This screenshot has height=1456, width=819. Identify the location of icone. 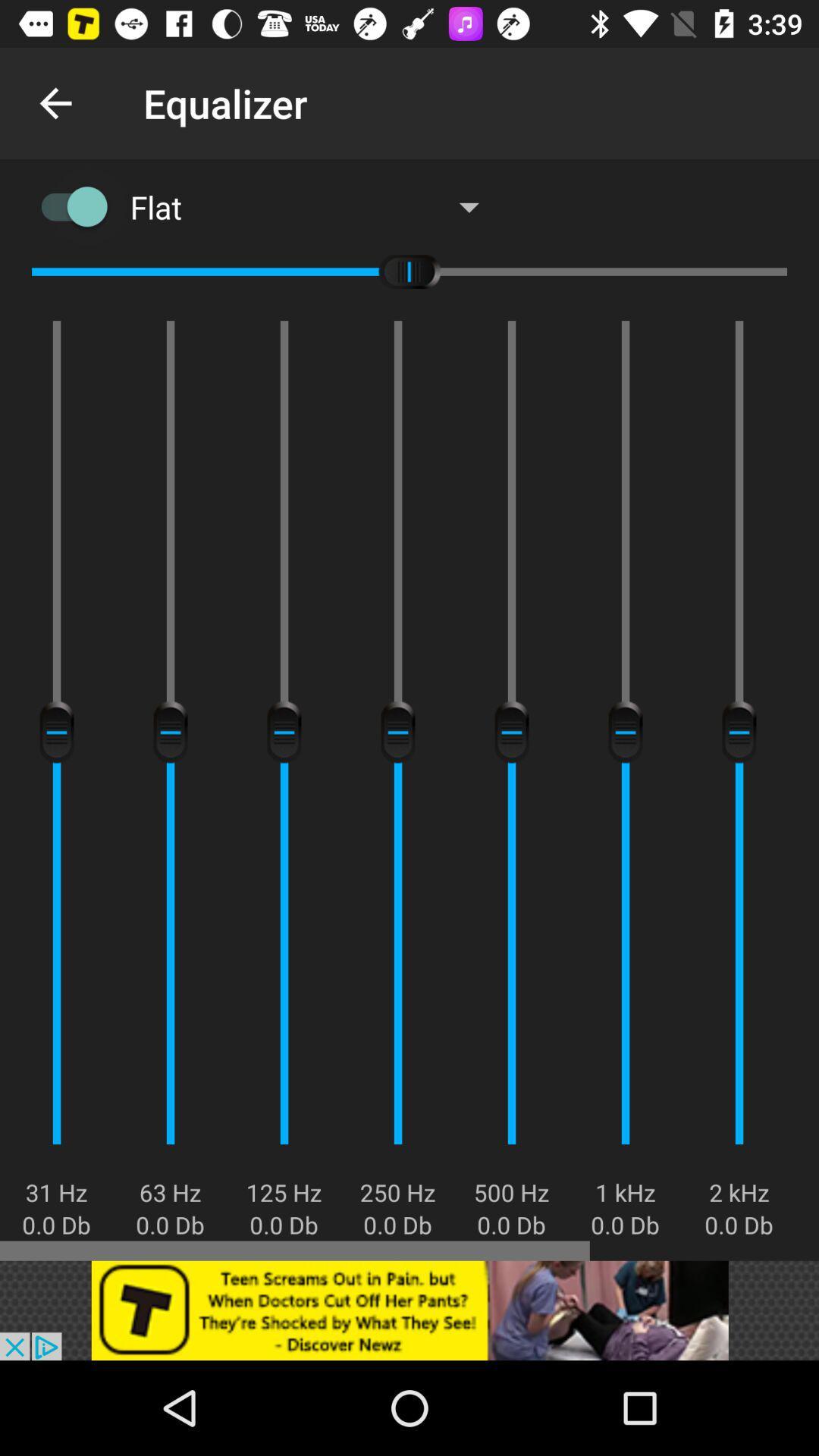
(409, 1310).